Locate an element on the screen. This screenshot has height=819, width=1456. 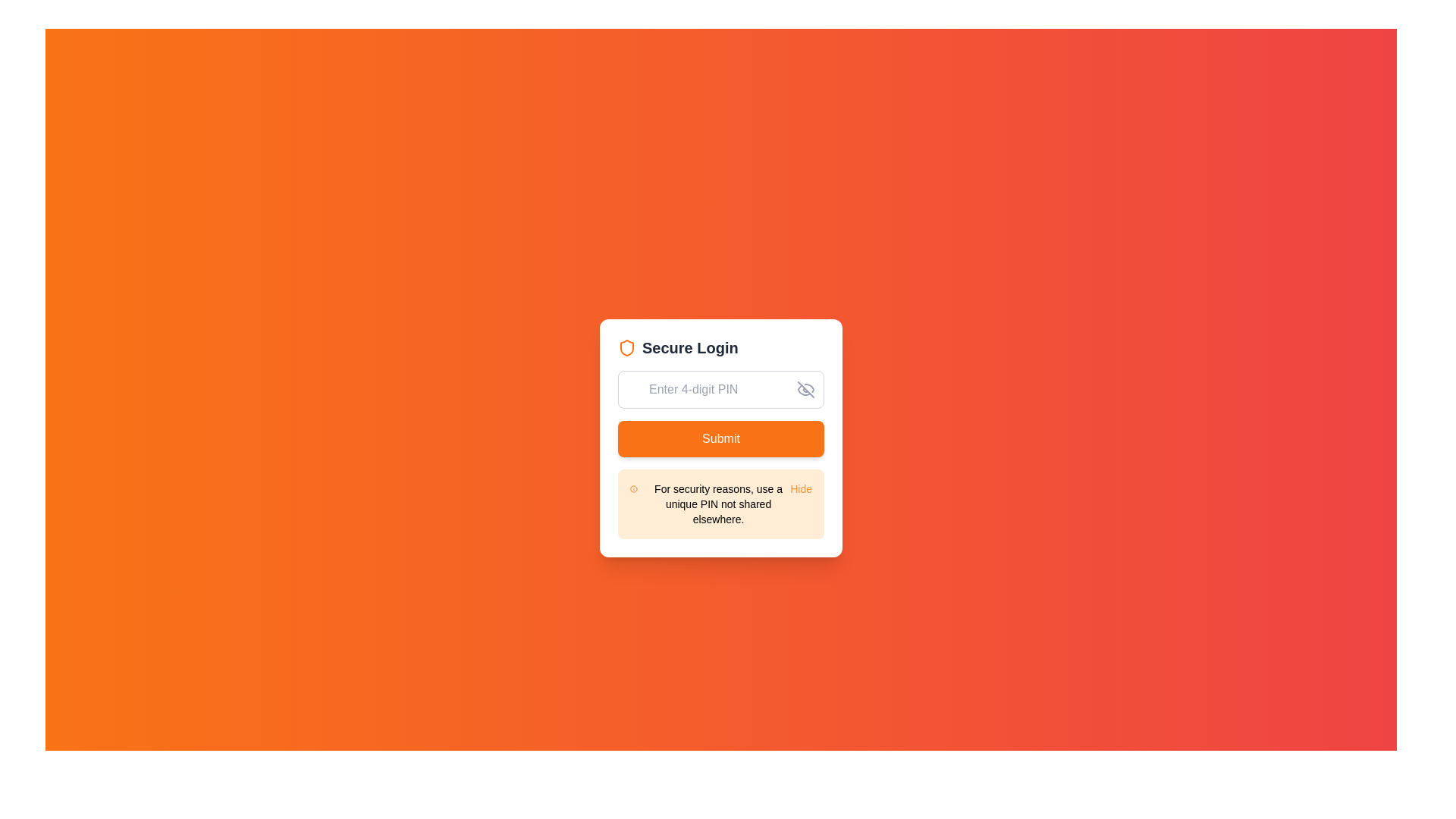
the 'Submit' button with a vibrant orange background and white text, located below the PIN input field and above the informational message block is located at coordinates (720, 438).